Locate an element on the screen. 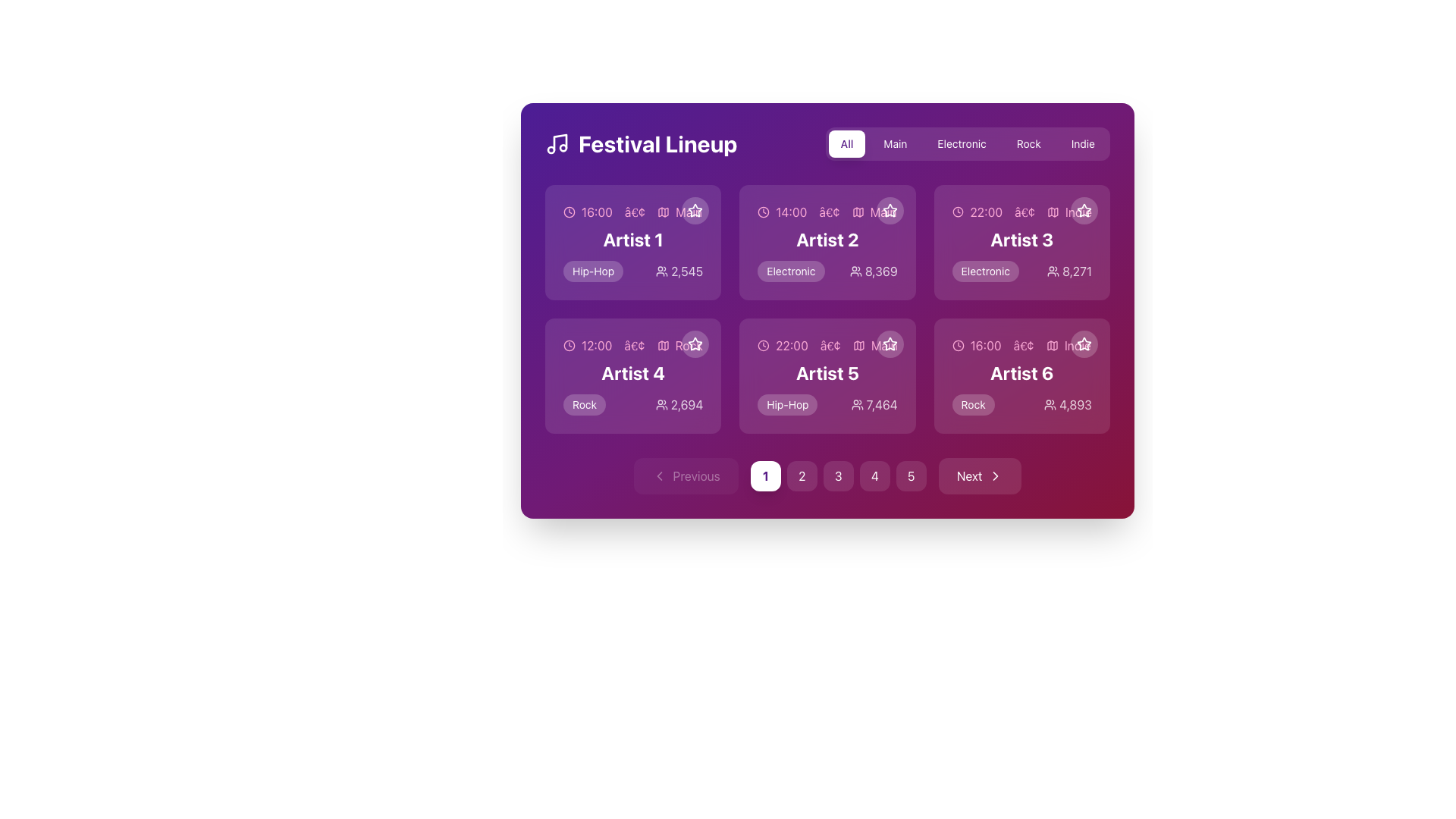 This screenshot has height=819, width=1456. the genre label located below the artist title in the sixth artist's section to interact with the associated metadata or genre information is located at coordinates (973, 403).